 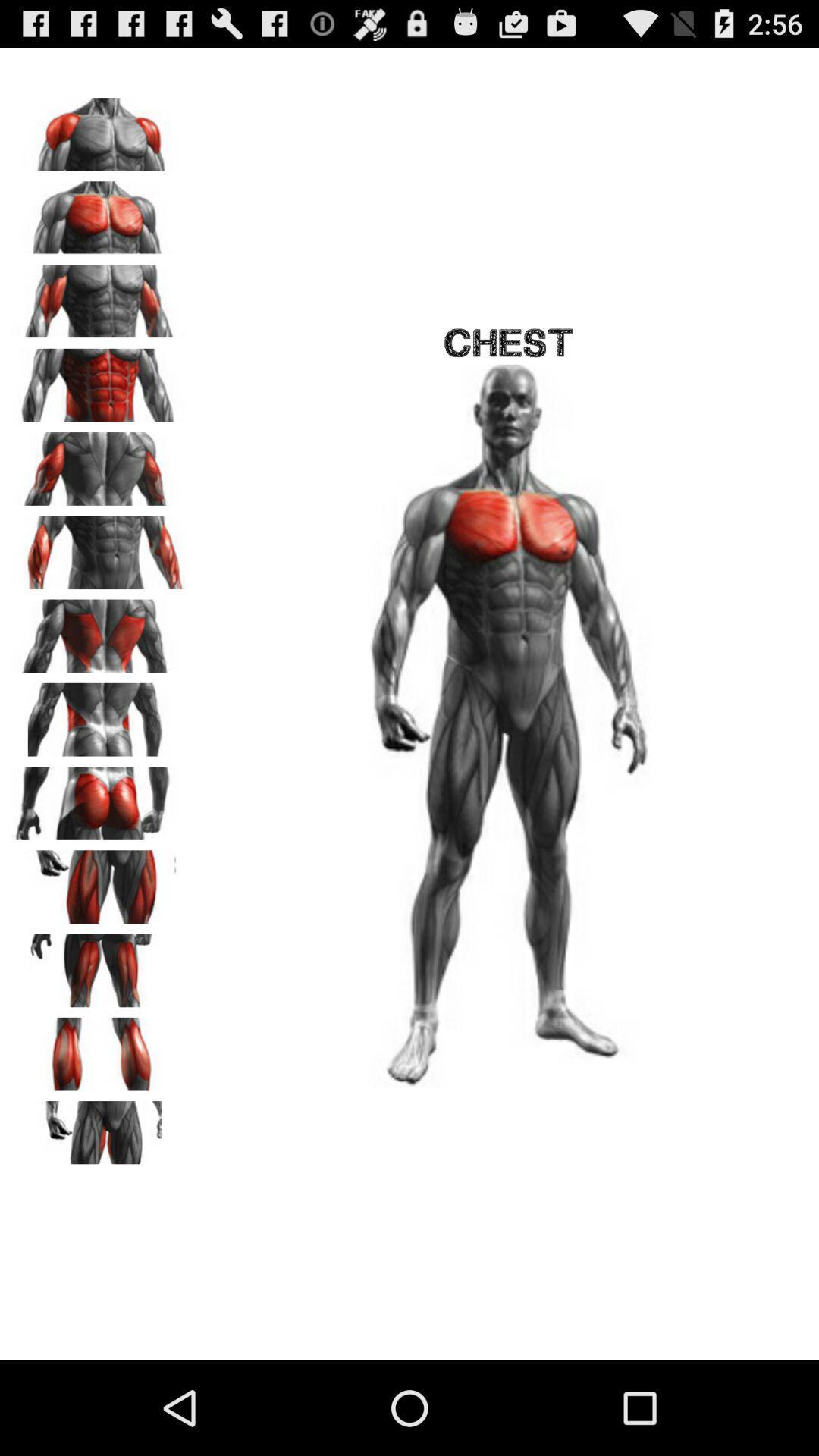 I want to click on selects mussles, so click(x=99, y=297).